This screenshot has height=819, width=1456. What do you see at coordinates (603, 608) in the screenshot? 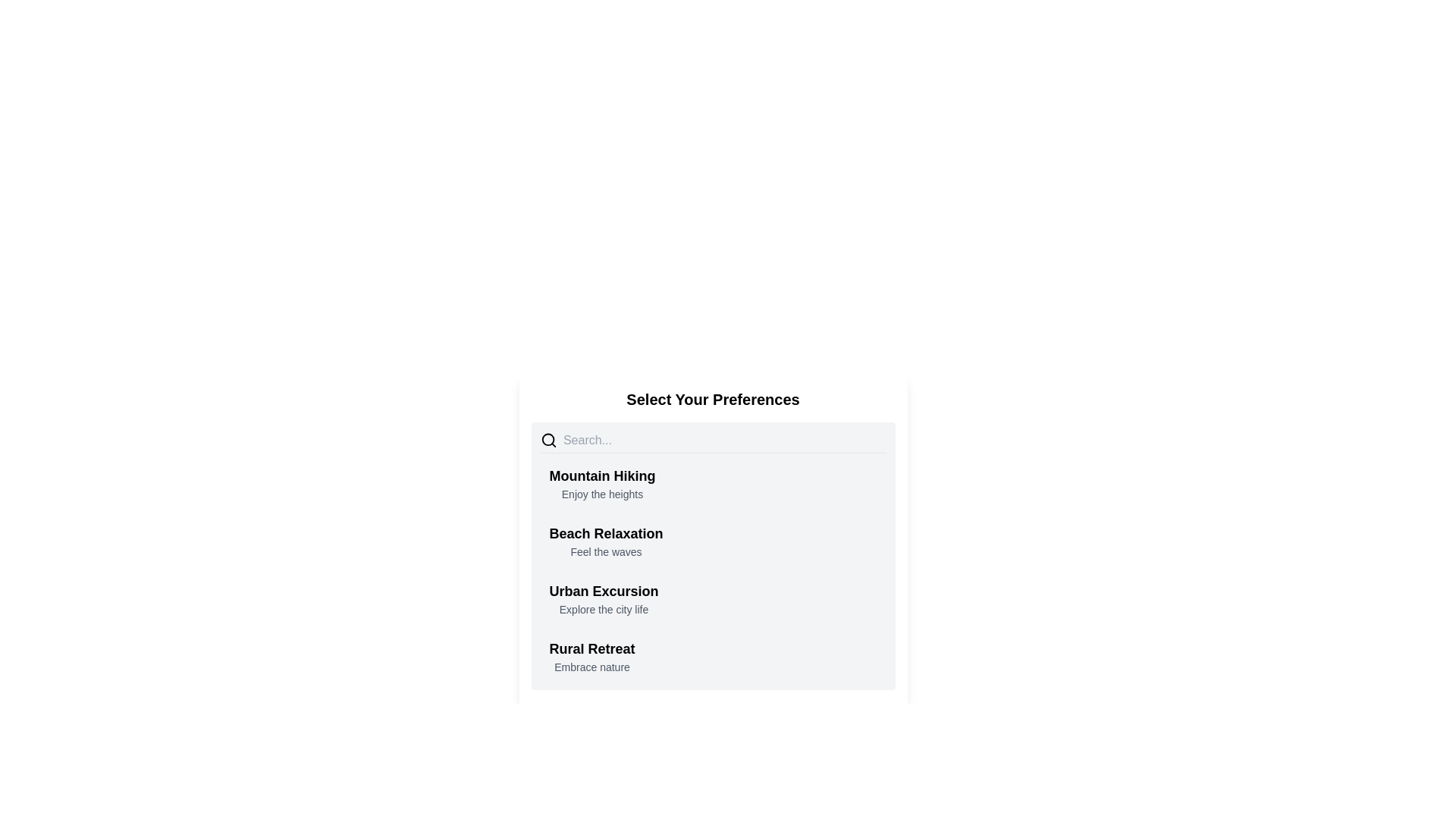
I see `the descriptive subtitle for the 'Urban Excursion' option, which provides additional context and is located directly beneath the title` at bounding box center [603, 608].